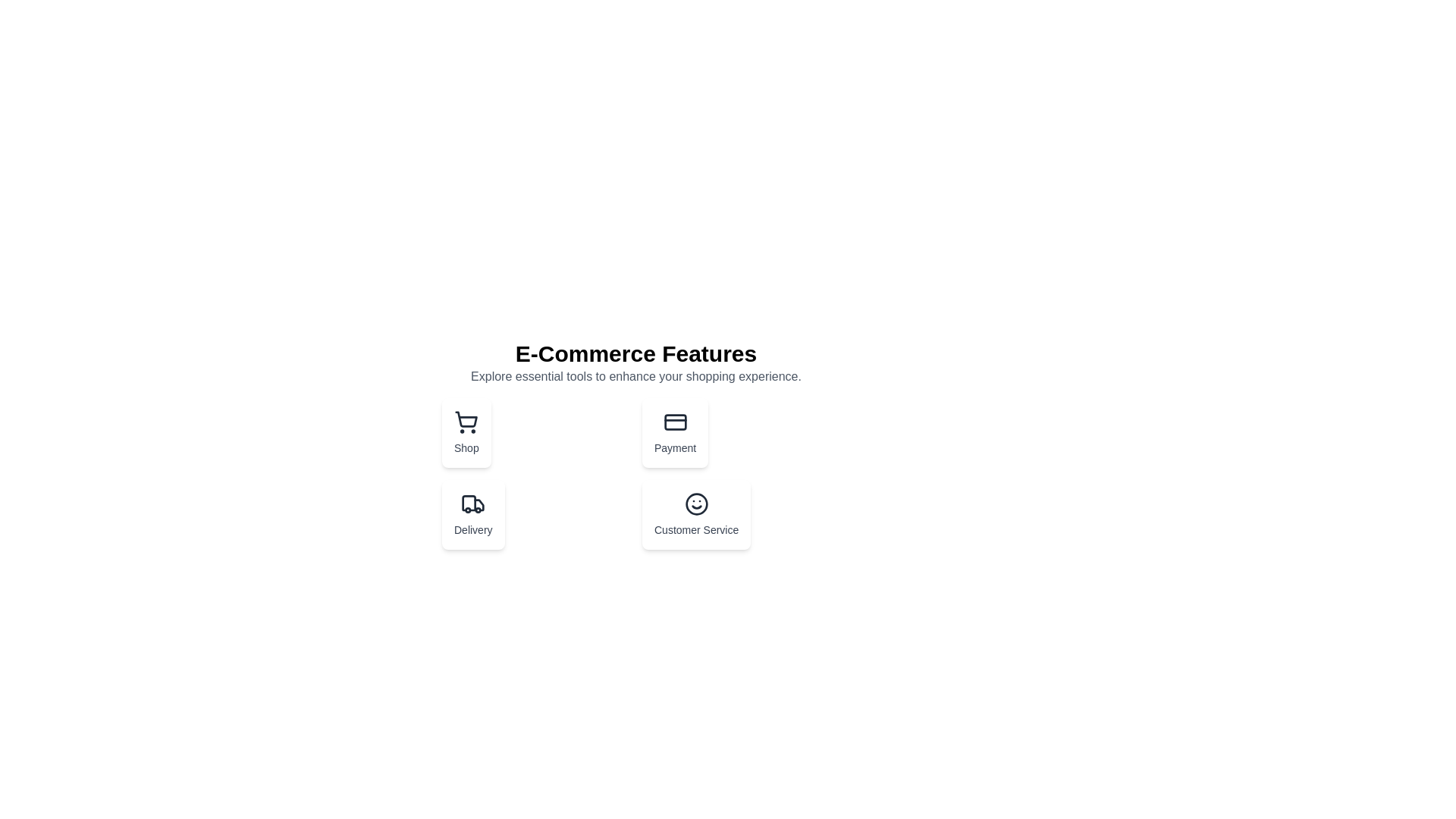 The width and height of the screenshot is (1456, 819). Describe the element at coordinates (472, 529) in the screenshot. I see `the 'Delivery' text label located below the truck icon in the 'Delivery' section of the feature card` at that location.